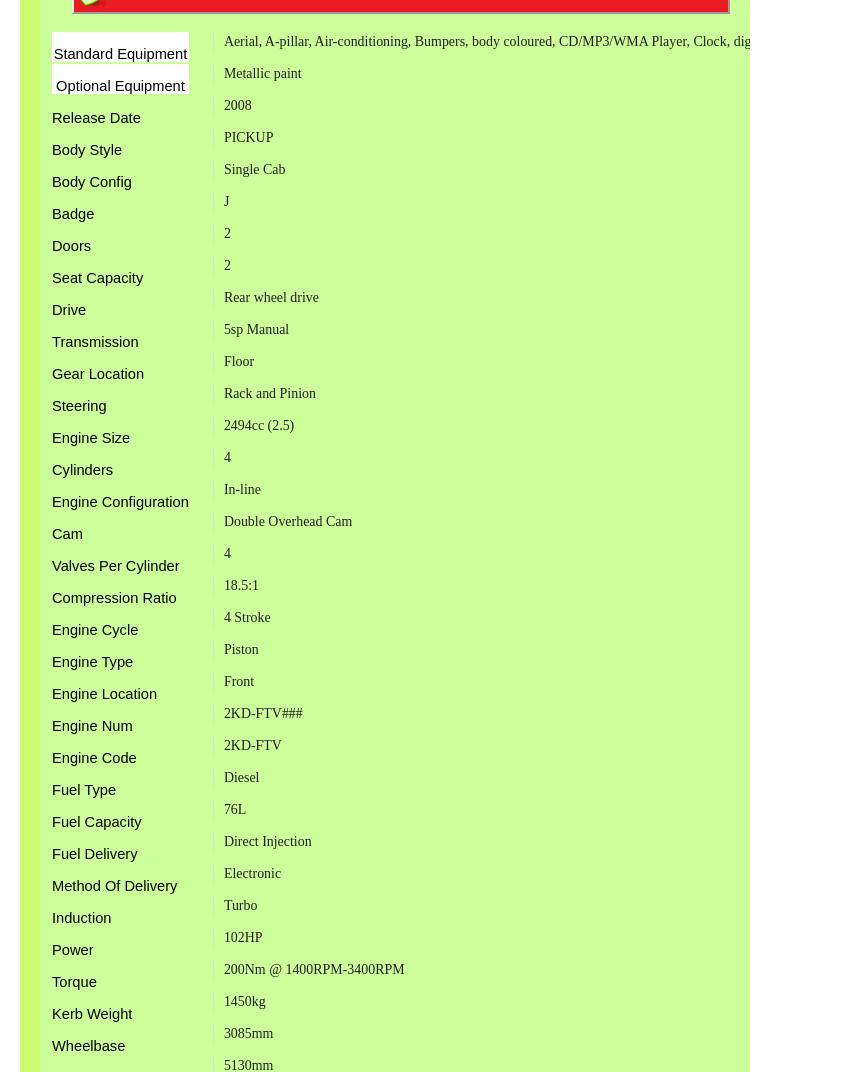  Describe the element at coordinates (91, 181) in the screenshot. I see `'Body 
						   Config'` at that location.